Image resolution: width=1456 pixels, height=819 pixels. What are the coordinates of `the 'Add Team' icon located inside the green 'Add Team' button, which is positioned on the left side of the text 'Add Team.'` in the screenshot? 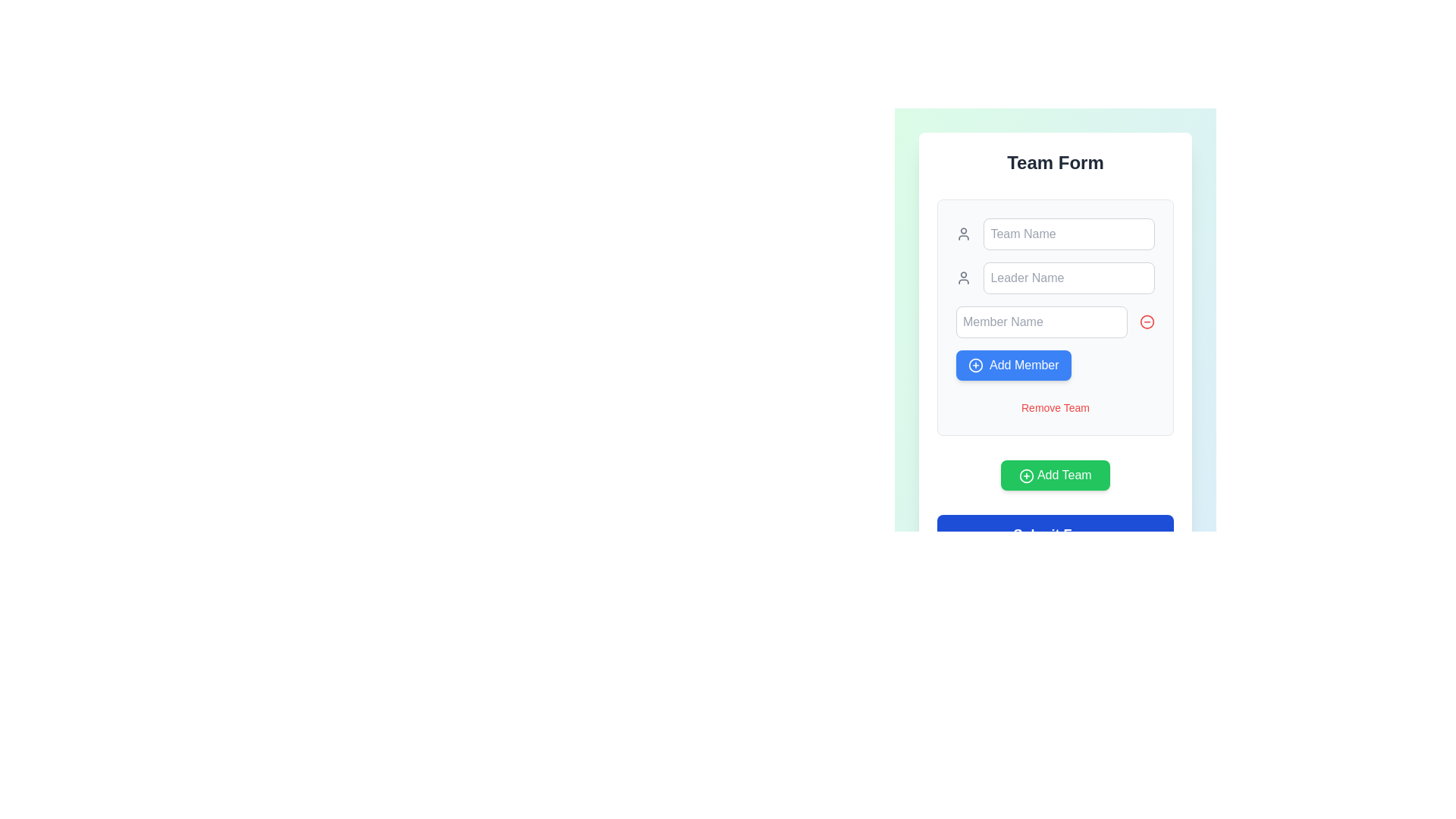 It's located at (1027, 475).